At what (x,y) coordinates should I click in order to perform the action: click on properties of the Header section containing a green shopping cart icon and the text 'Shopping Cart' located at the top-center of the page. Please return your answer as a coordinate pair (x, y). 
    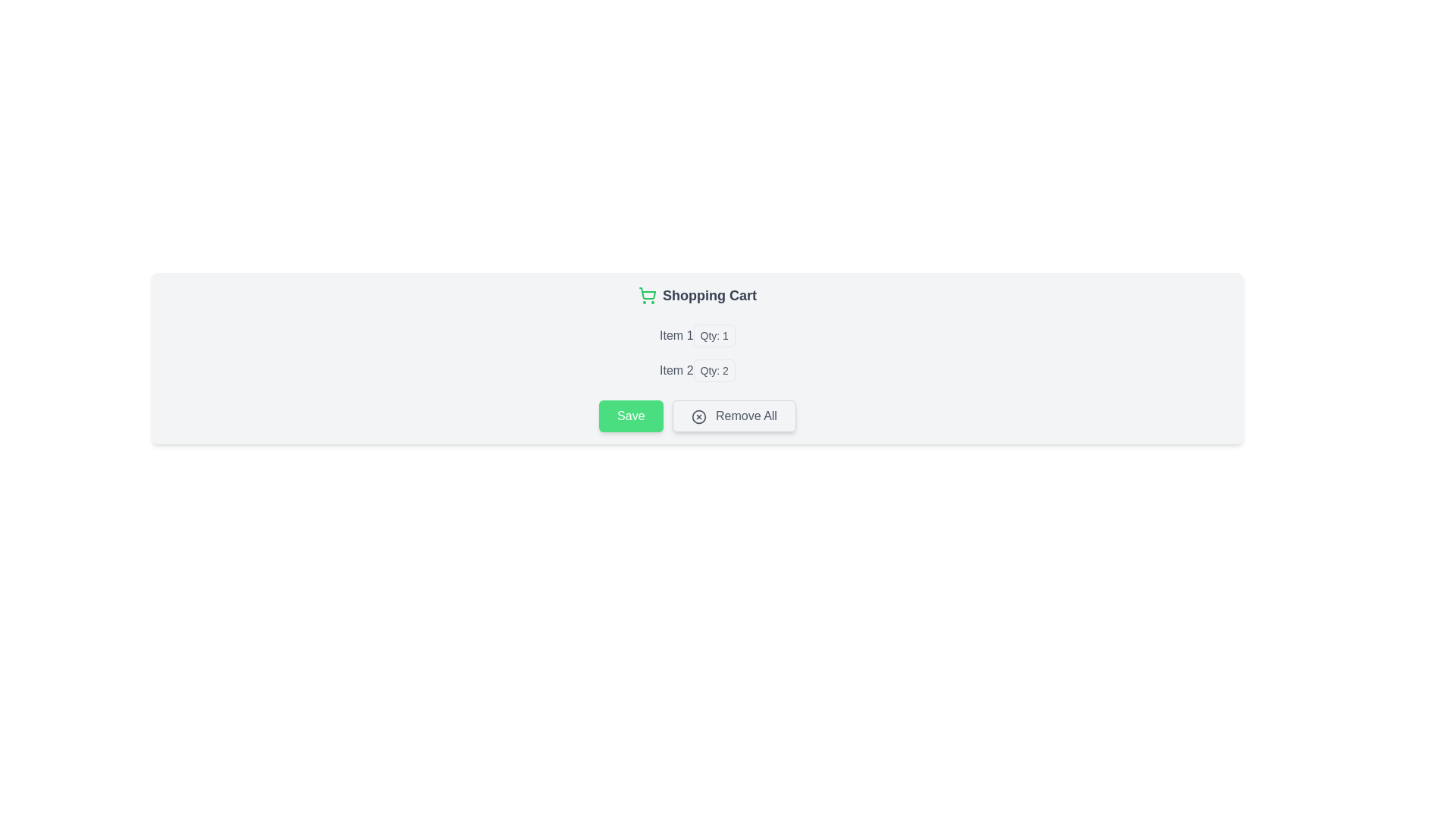
    Looking at the image, I should click on (697, 301).